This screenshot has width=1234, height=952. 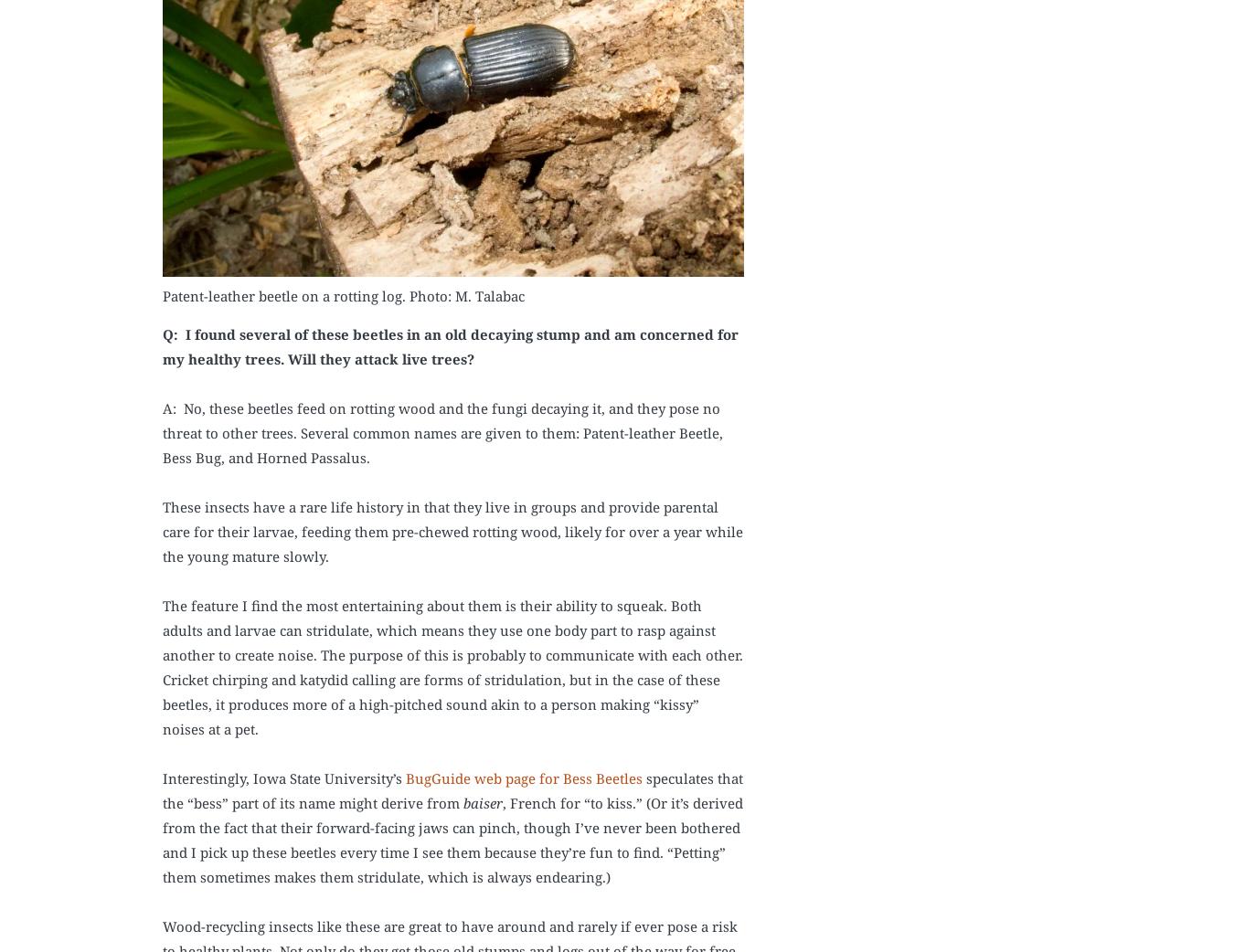 What do you see at coordinates (343, 295) in the screenshot?
I see `'Patent-leather beetle on a rotting log. Photo: M. Talabac'` at bounding box center [343, 295].